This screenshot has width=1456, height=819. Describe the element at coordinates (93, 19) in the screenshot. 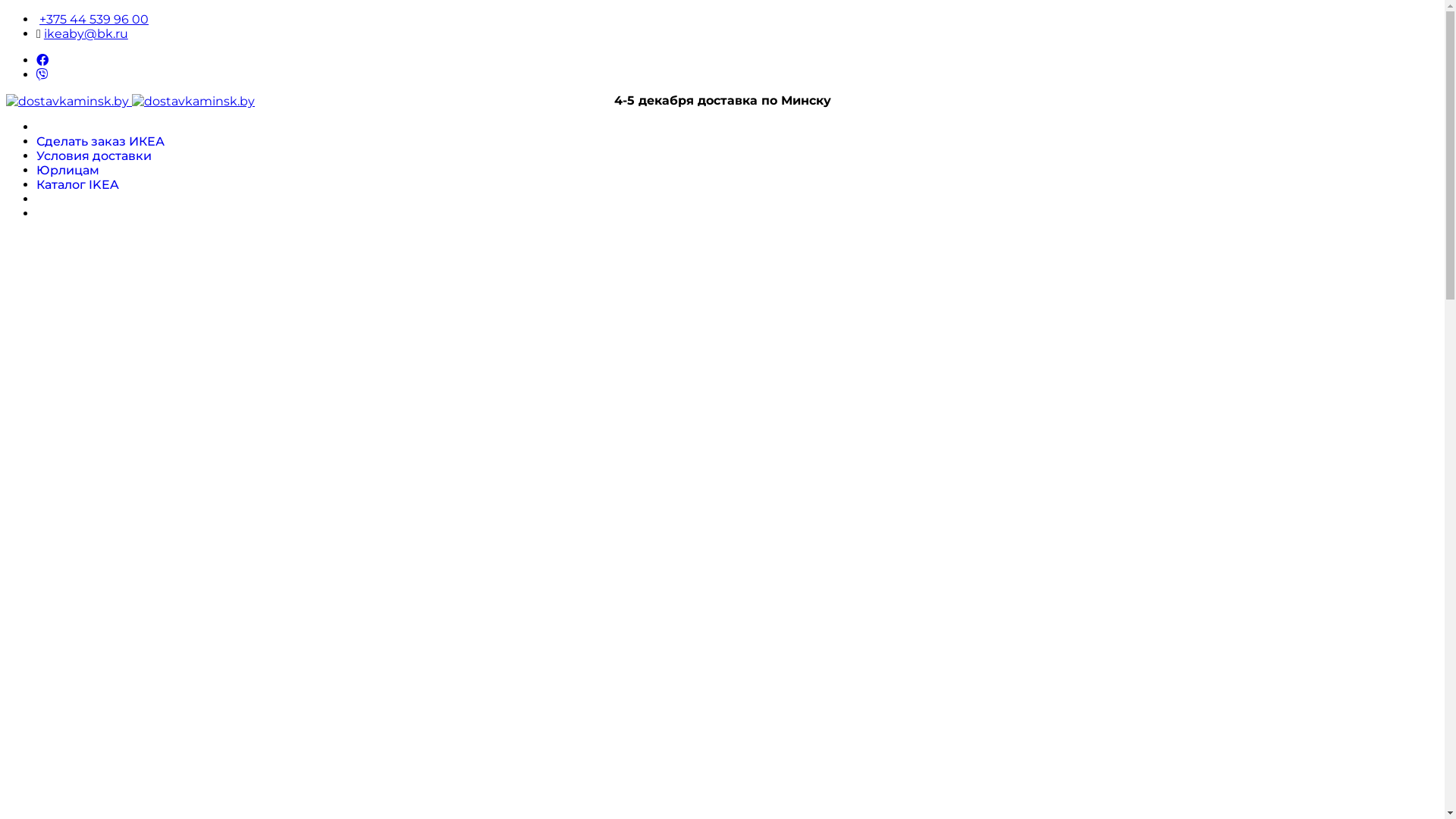

I see `'+375 44 539 96 00'` at that location.